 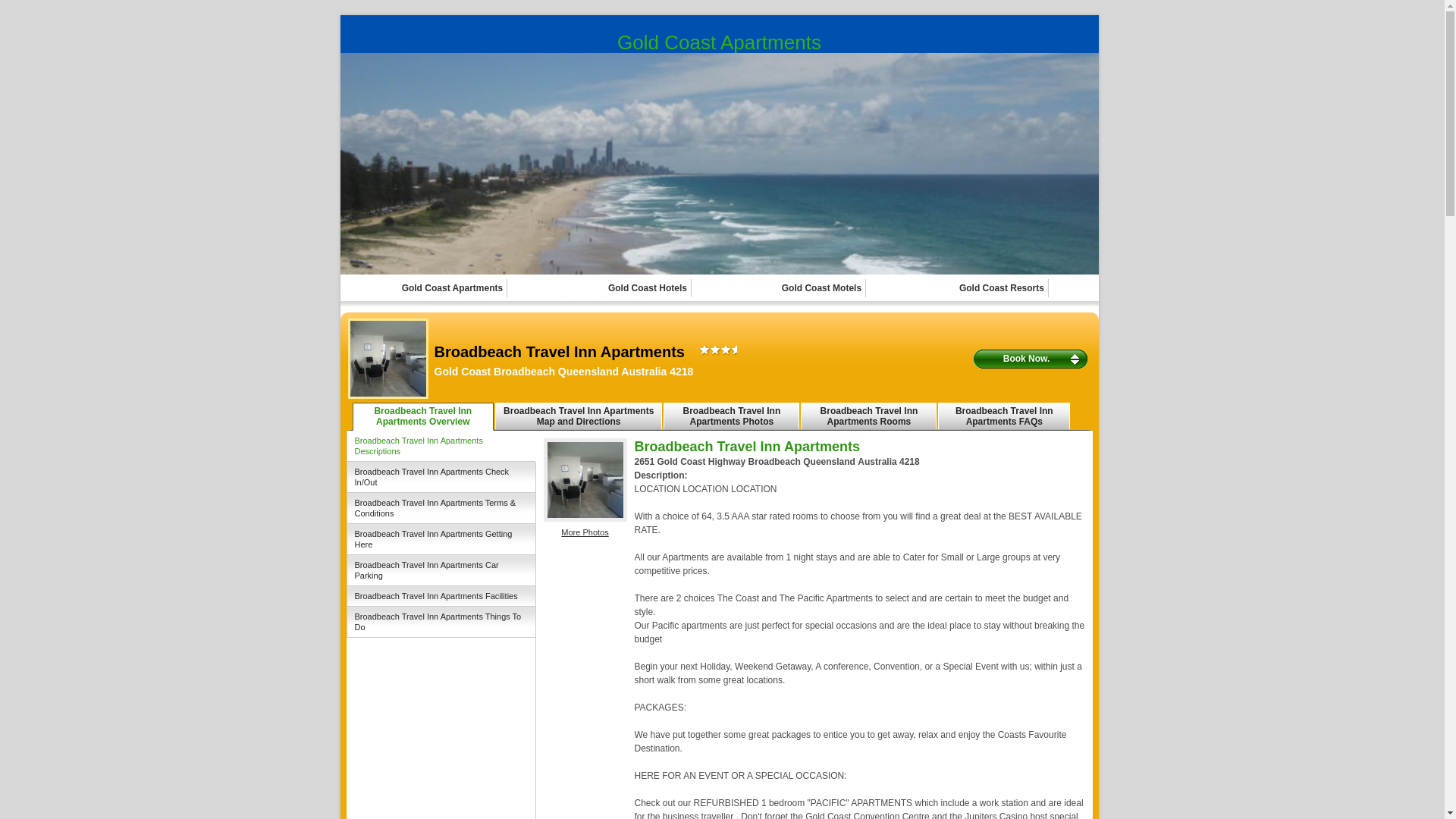 What do you see at coordinates (440, 622) in the screenshot?
I see `'Broadbeach Travel Inn Apartments Things To Do'` at bounding box center [440, 622].